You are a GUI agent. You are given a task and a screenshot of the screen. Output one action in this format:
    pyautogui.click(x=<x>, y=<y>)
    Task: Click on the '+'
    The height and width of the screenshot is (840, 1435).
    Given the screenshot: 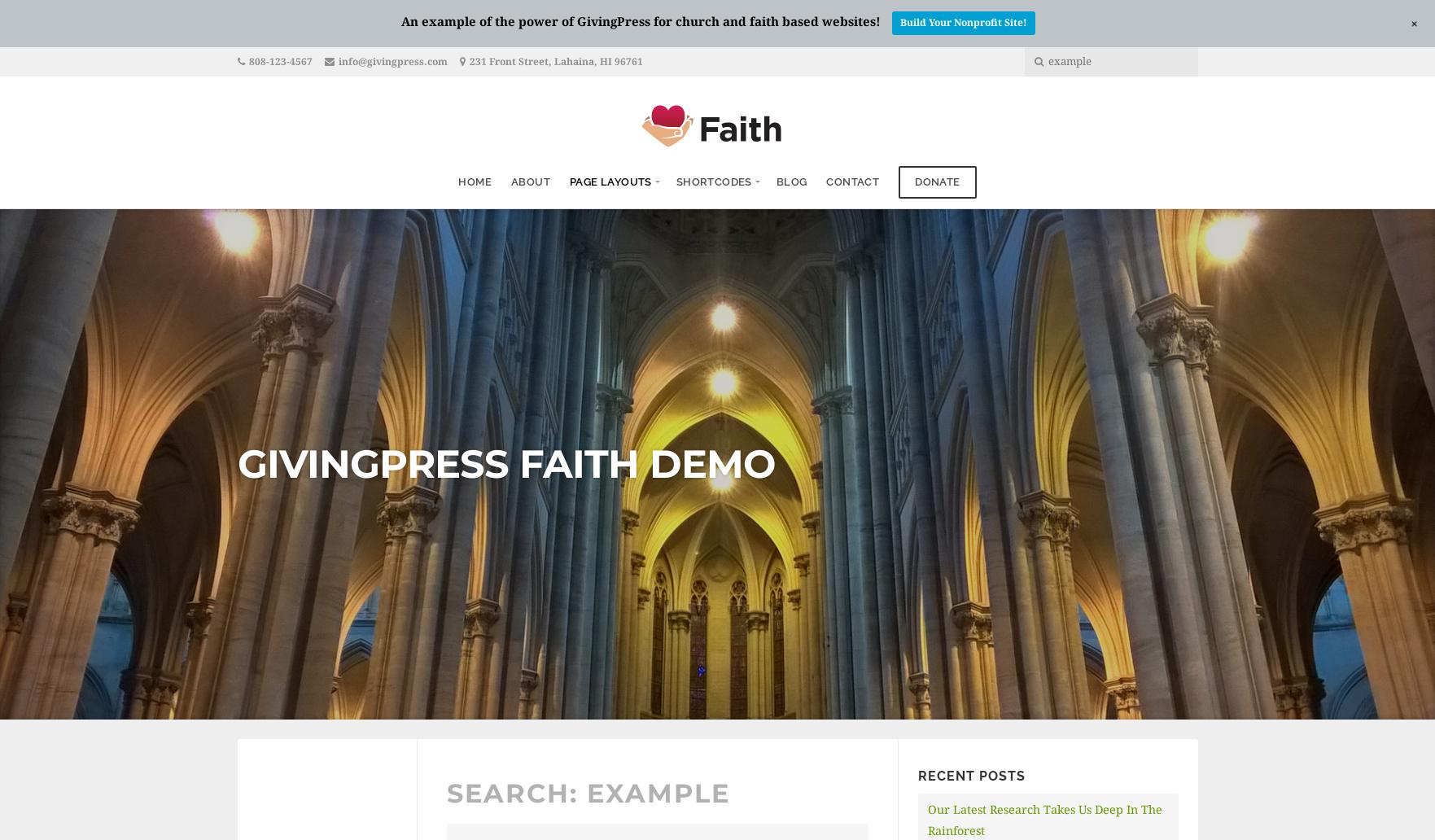 What is the action you would take?
    pyautogui.click(x=1413, y=22)
    